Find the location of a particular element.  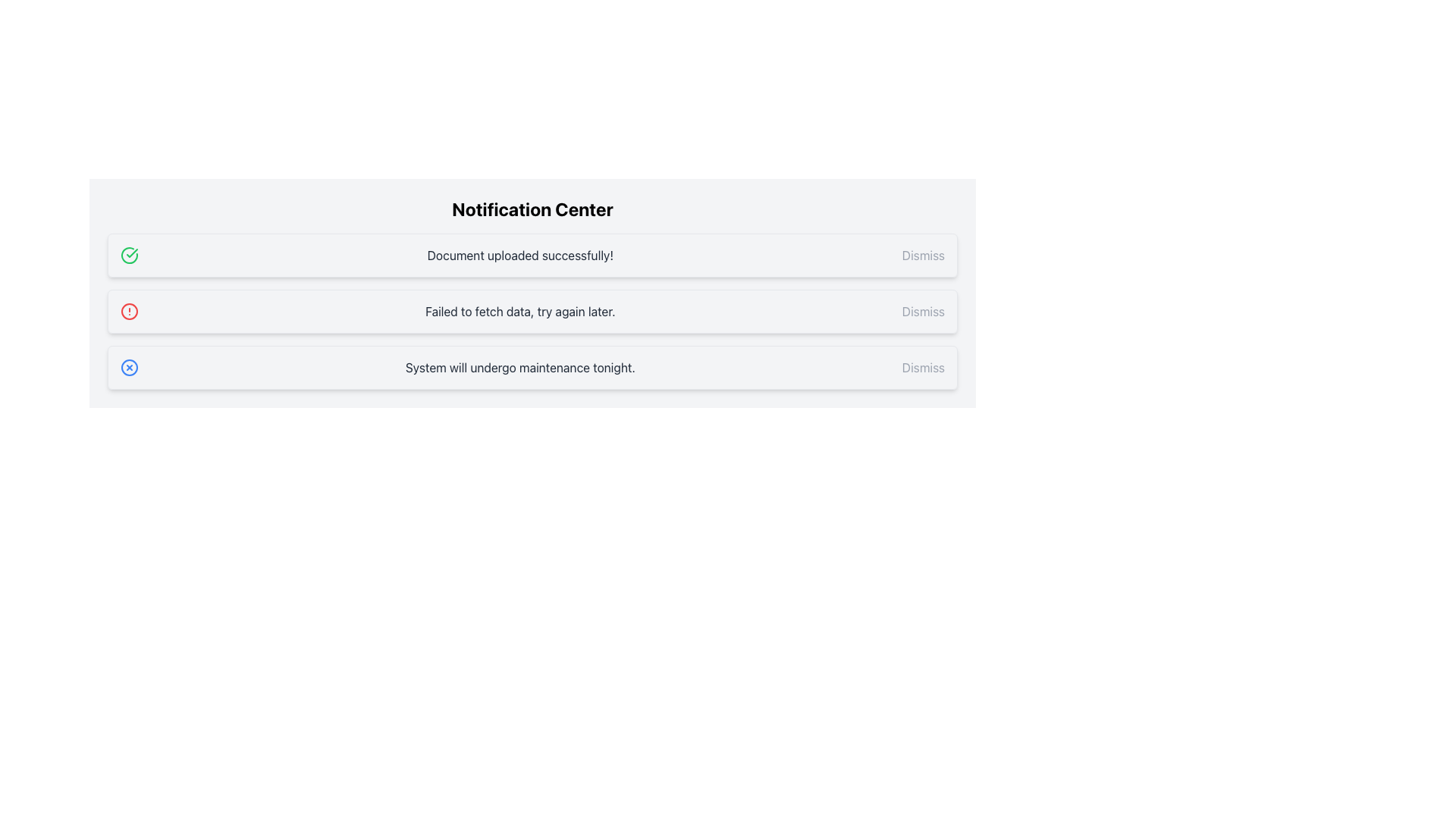

the SVG Circle element that indicates the notification status within the third notification item in the Notification Center for additional inspection is located at coordinates (130, 368).